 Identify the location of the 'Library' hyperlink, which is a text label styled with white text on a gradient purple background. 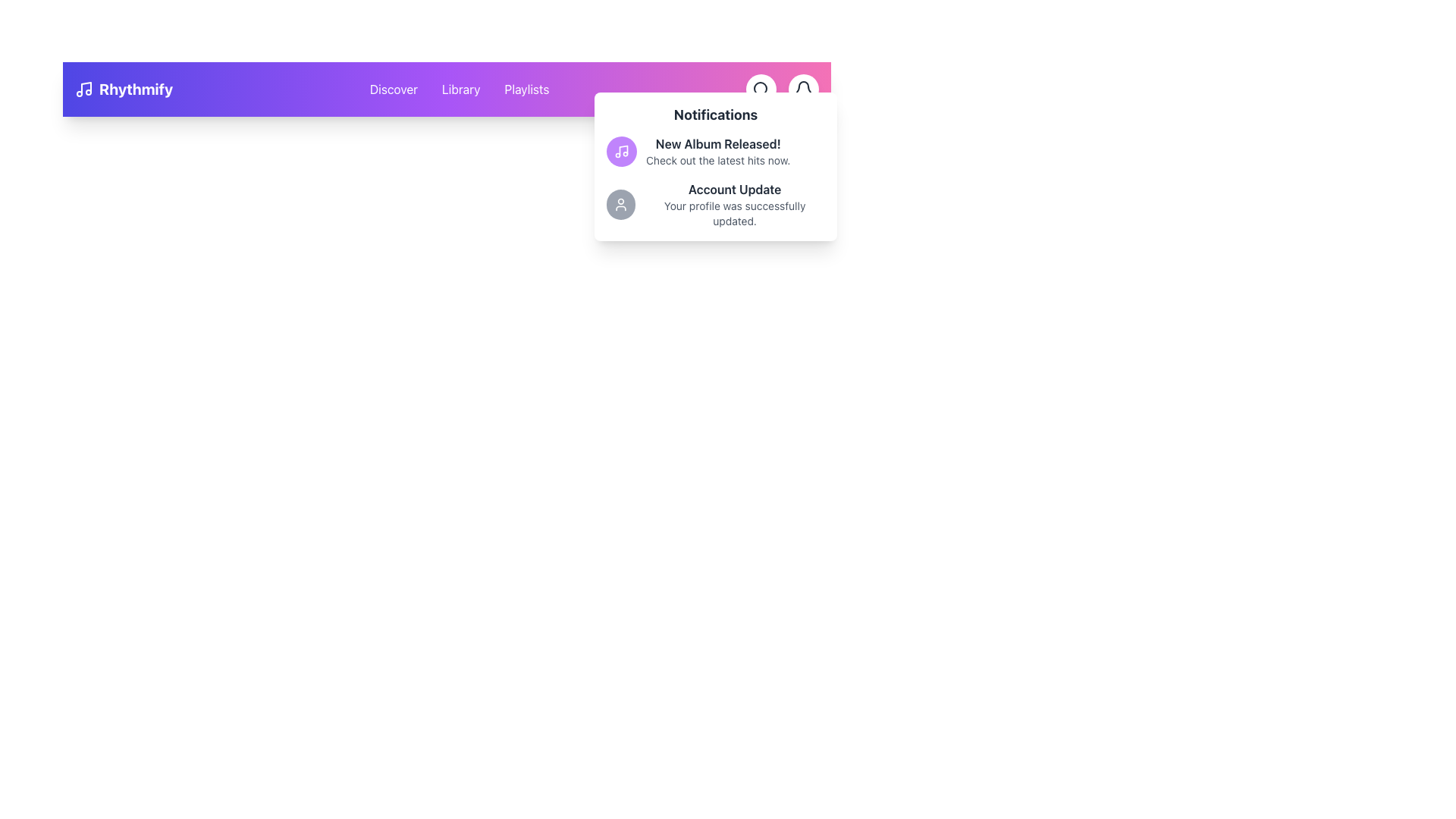
(460, 89).